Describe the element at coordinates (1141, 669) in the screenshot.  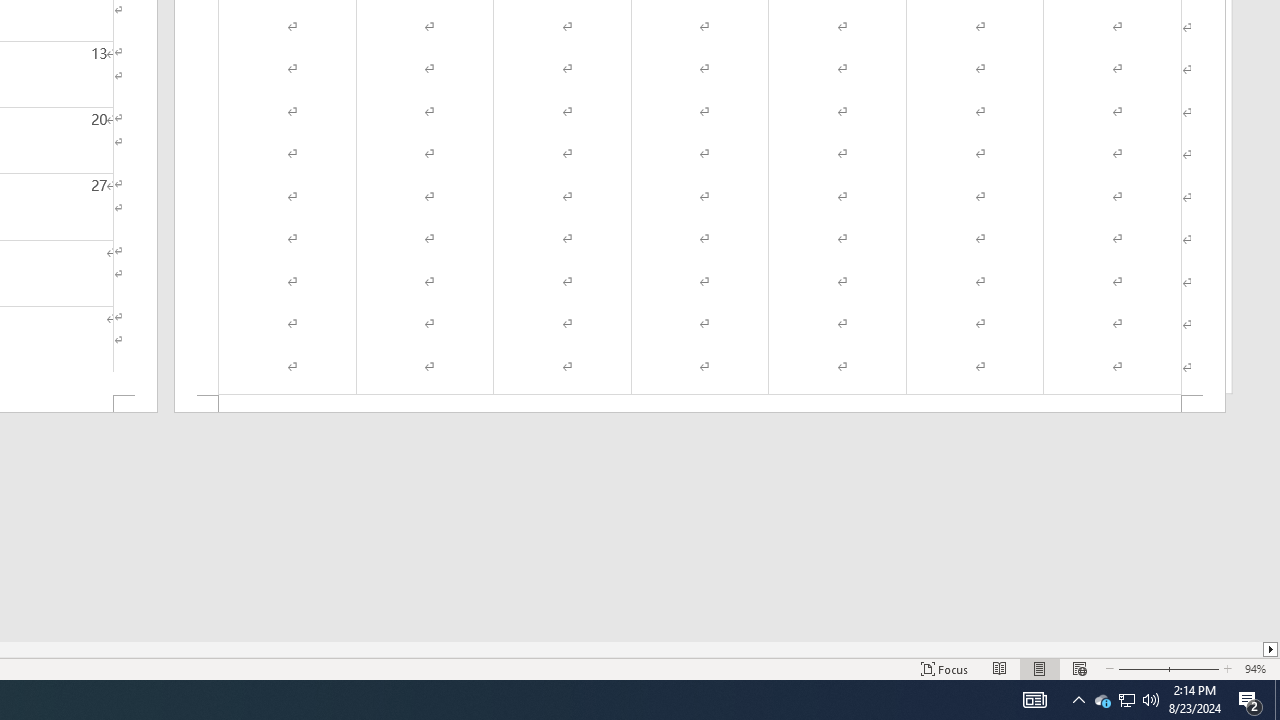
I see `'Zoom Out'` at that location.